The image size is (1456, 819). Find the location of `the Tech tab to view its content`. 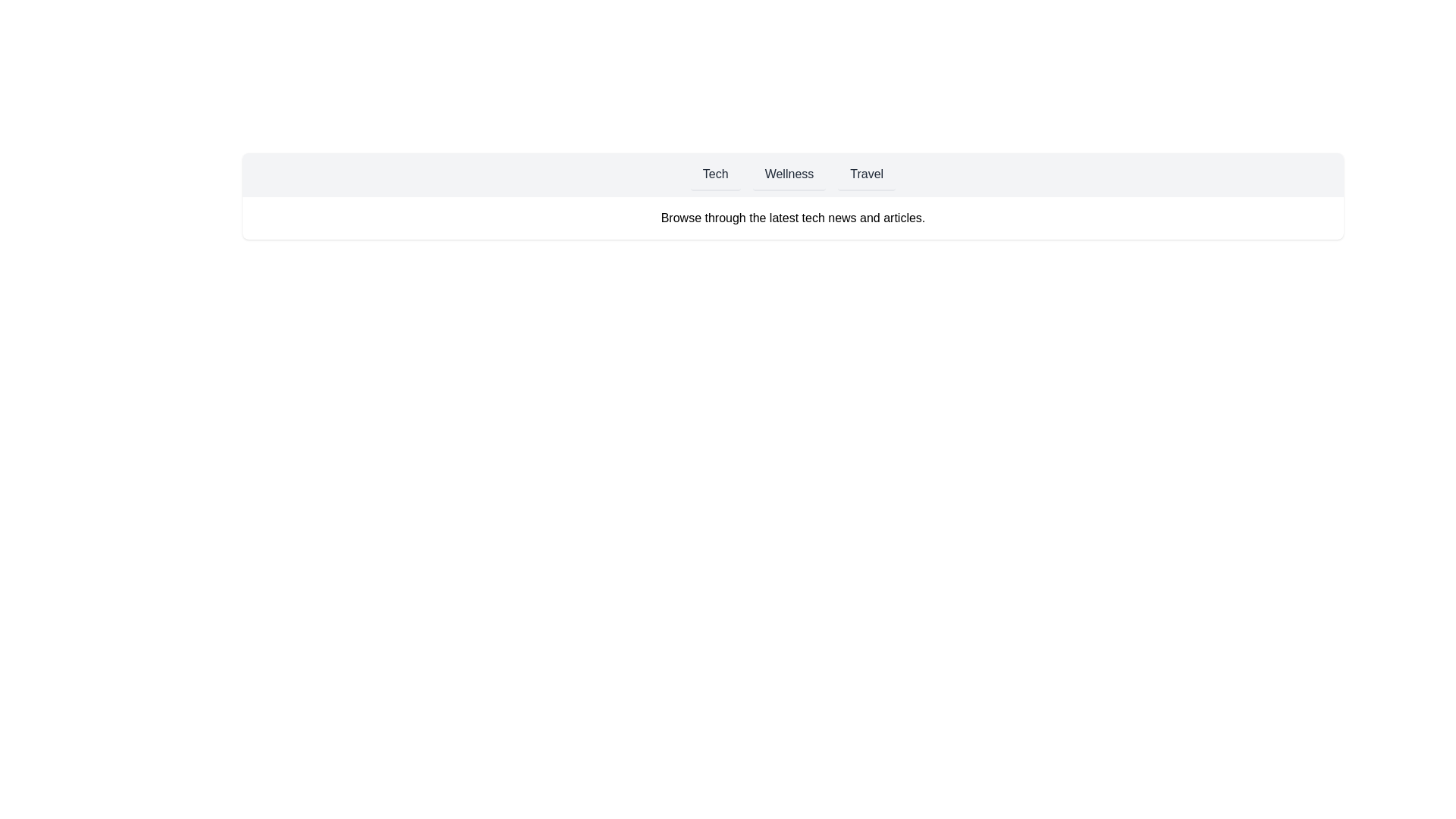

the Tech tab to view its content is located at coordinates (714, 174).